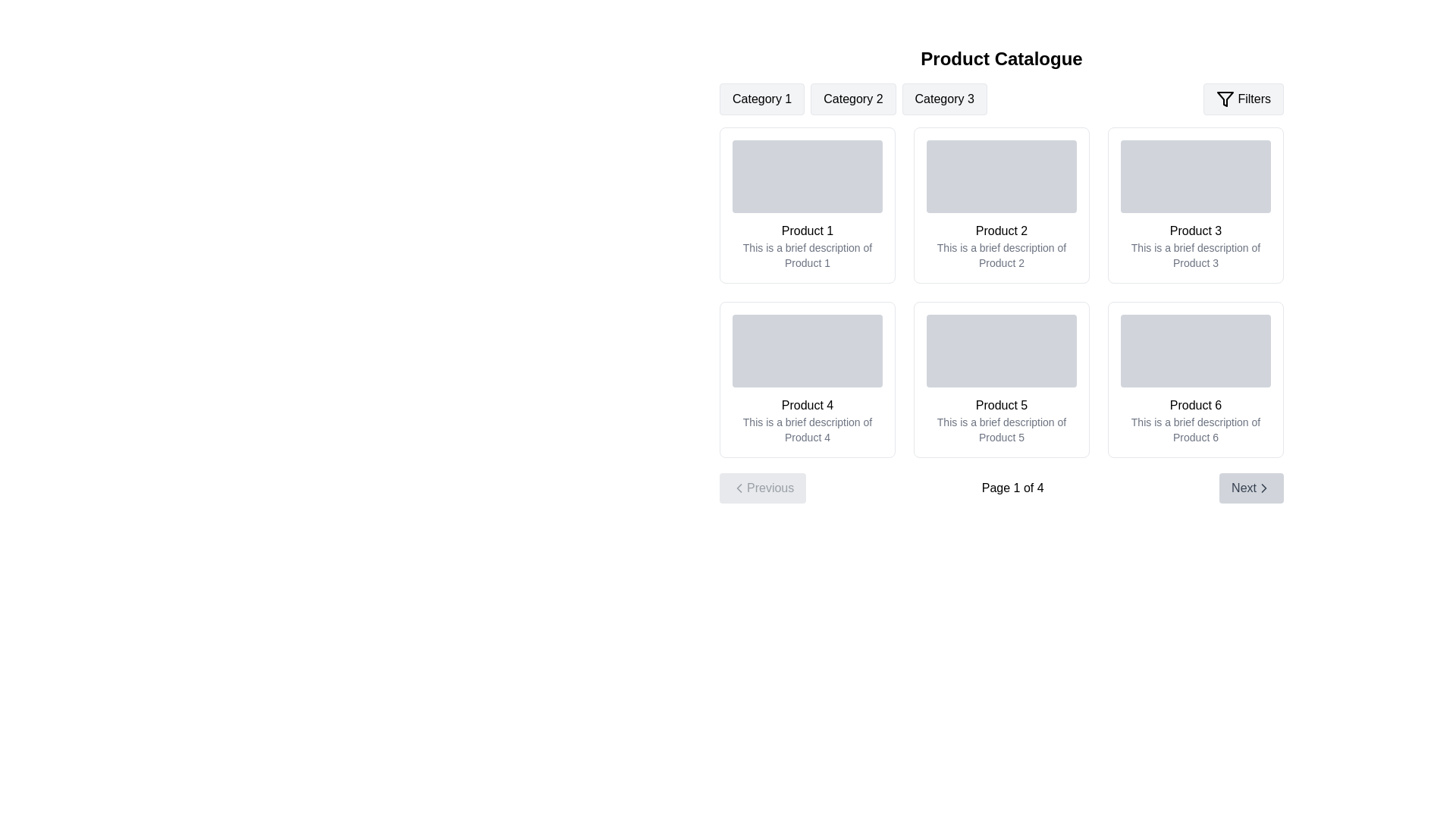  Describe the element at coordinates (853, 99) in the screenshot. I see `the filter selector button group located above the product grid, to the left of the 'Filters' button` at that location.